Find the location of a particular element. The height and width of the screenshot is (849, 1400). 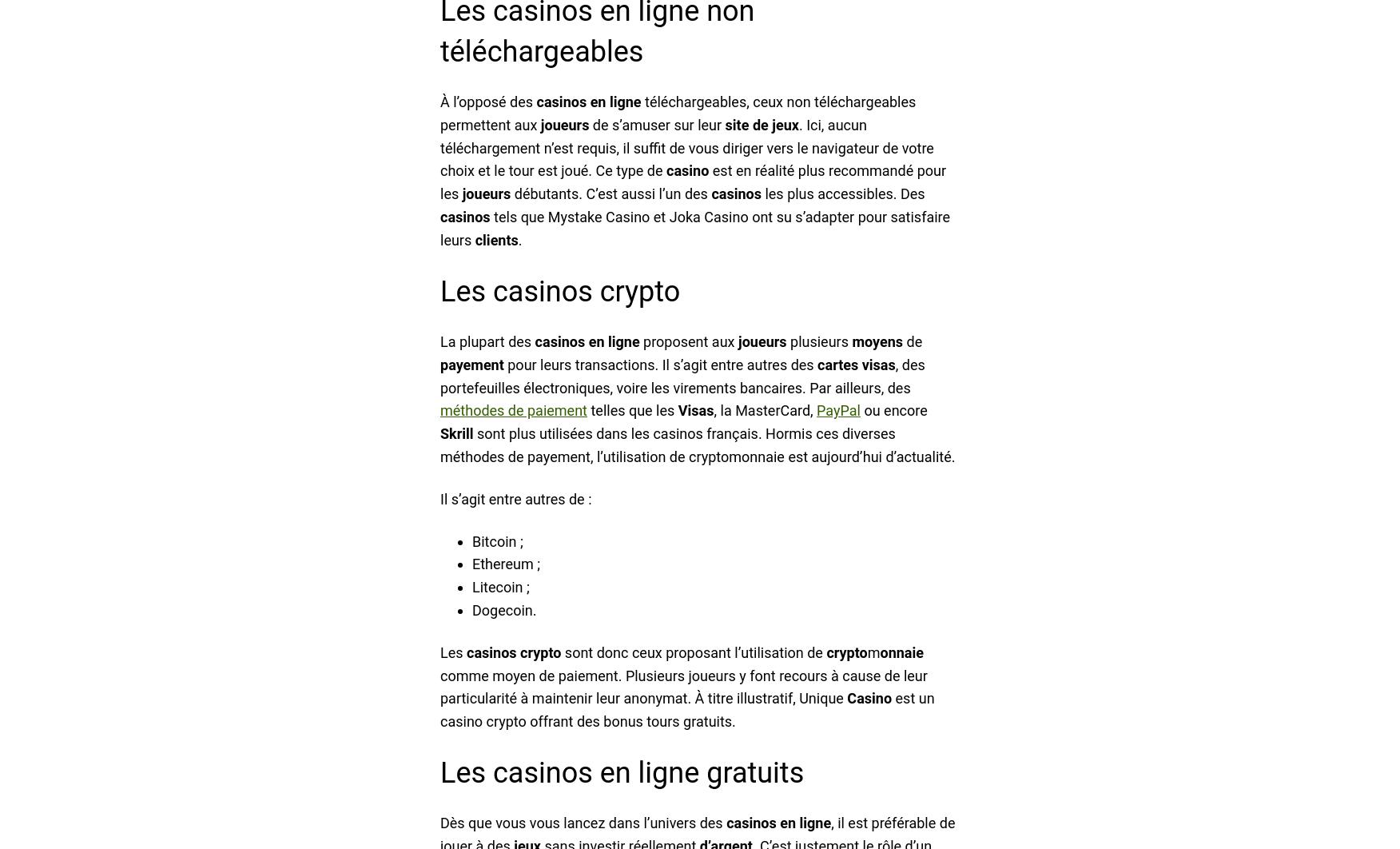

'site' is located at coordinates (737, 124).